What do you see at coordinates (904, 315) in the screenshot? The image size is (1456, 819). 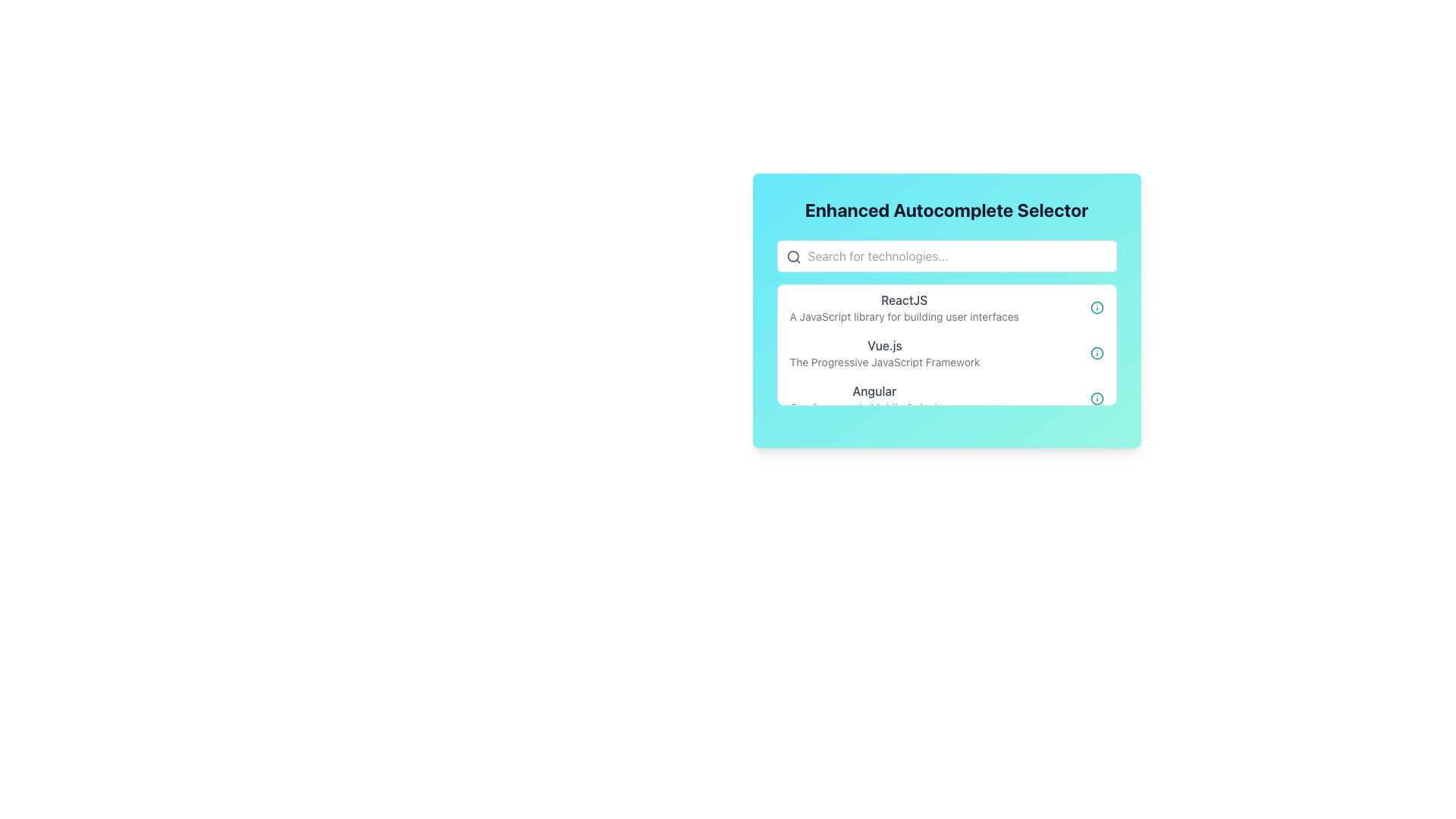 I see `informational text label located beneath the 'ReactJS' label, which provides additional context about the technology` at bounding box center [904, 315].